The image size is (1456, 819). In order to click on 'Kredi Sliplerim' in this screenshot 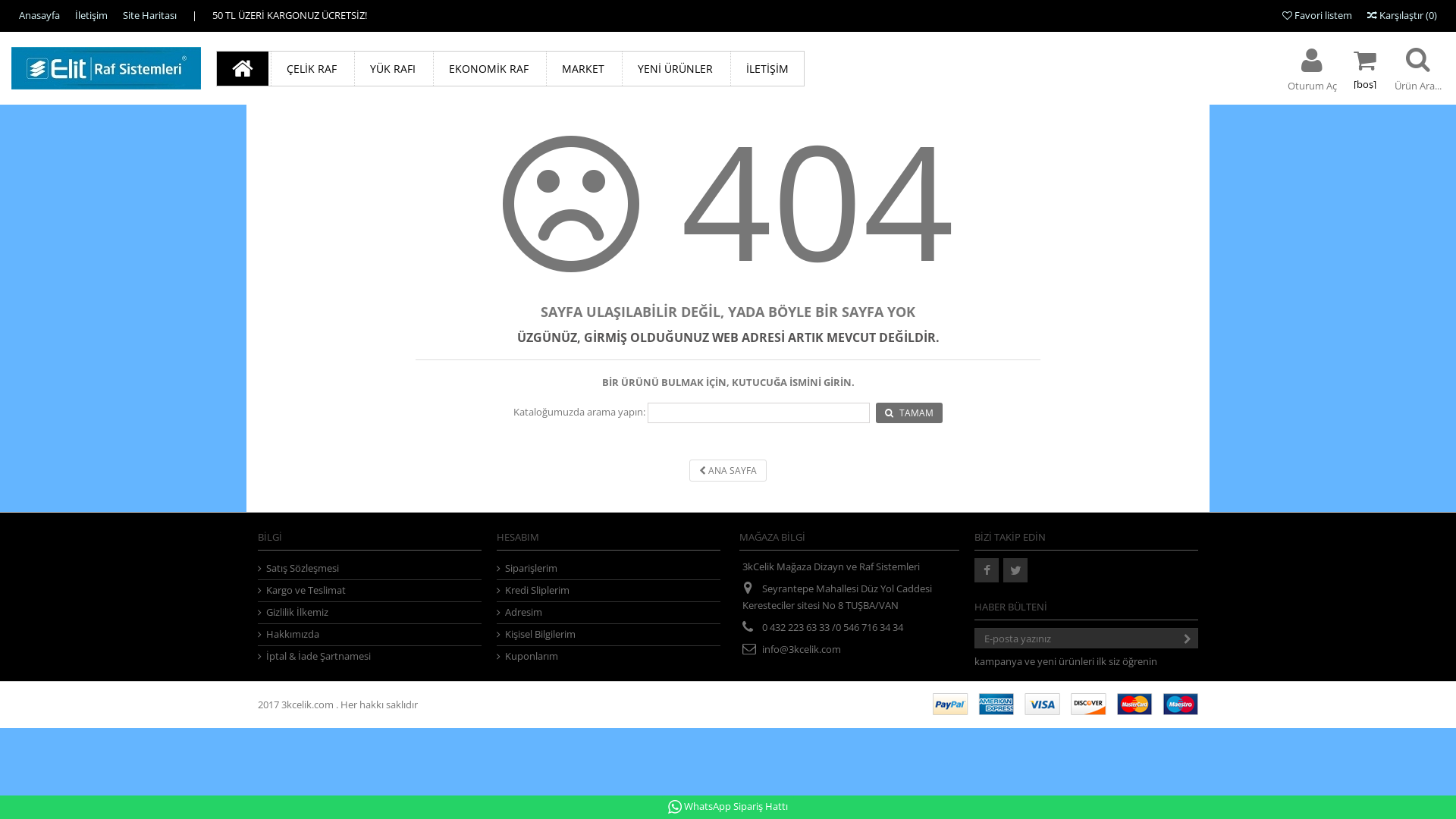, I will do `click(608, 589)`.